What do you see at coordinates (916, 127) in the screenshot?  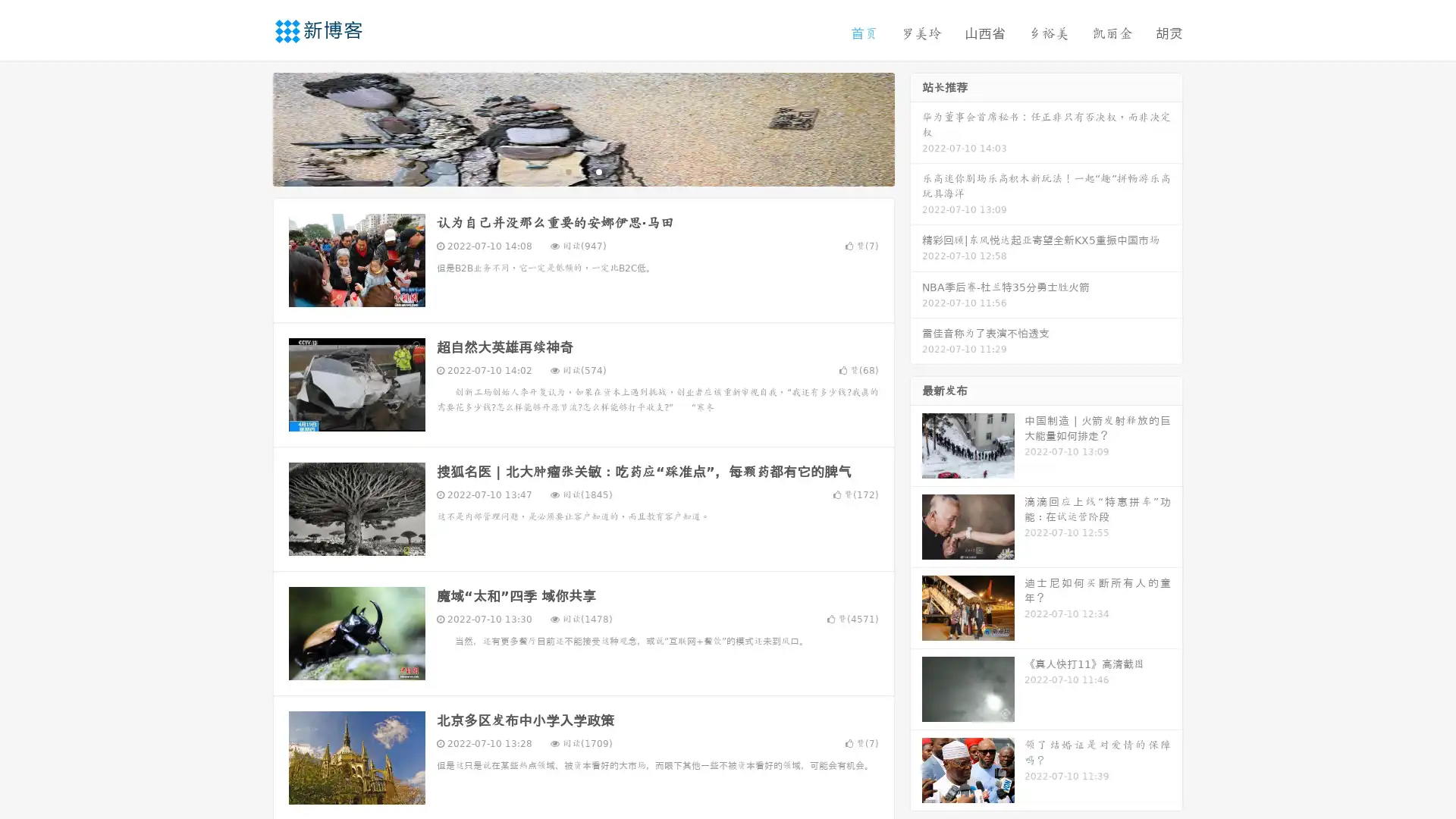 I see `Next slide` at bounding box center [916, 127].